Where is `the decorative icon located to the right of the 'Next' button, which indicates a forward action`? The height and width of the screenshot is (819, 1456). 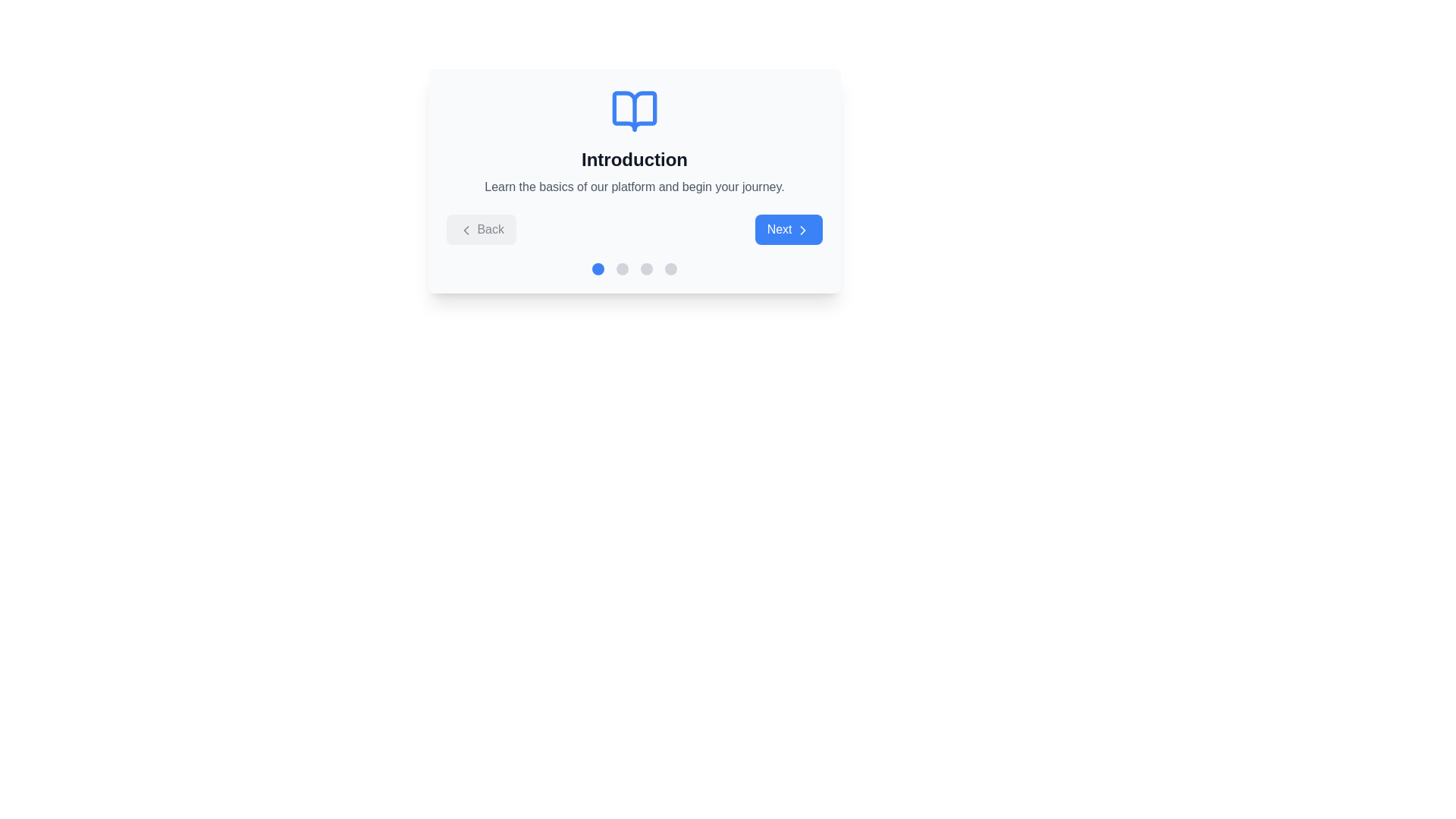 the decorative icon located to the right of the 'Next' button, which indicates a forward action is located at coordinates (802, 230).